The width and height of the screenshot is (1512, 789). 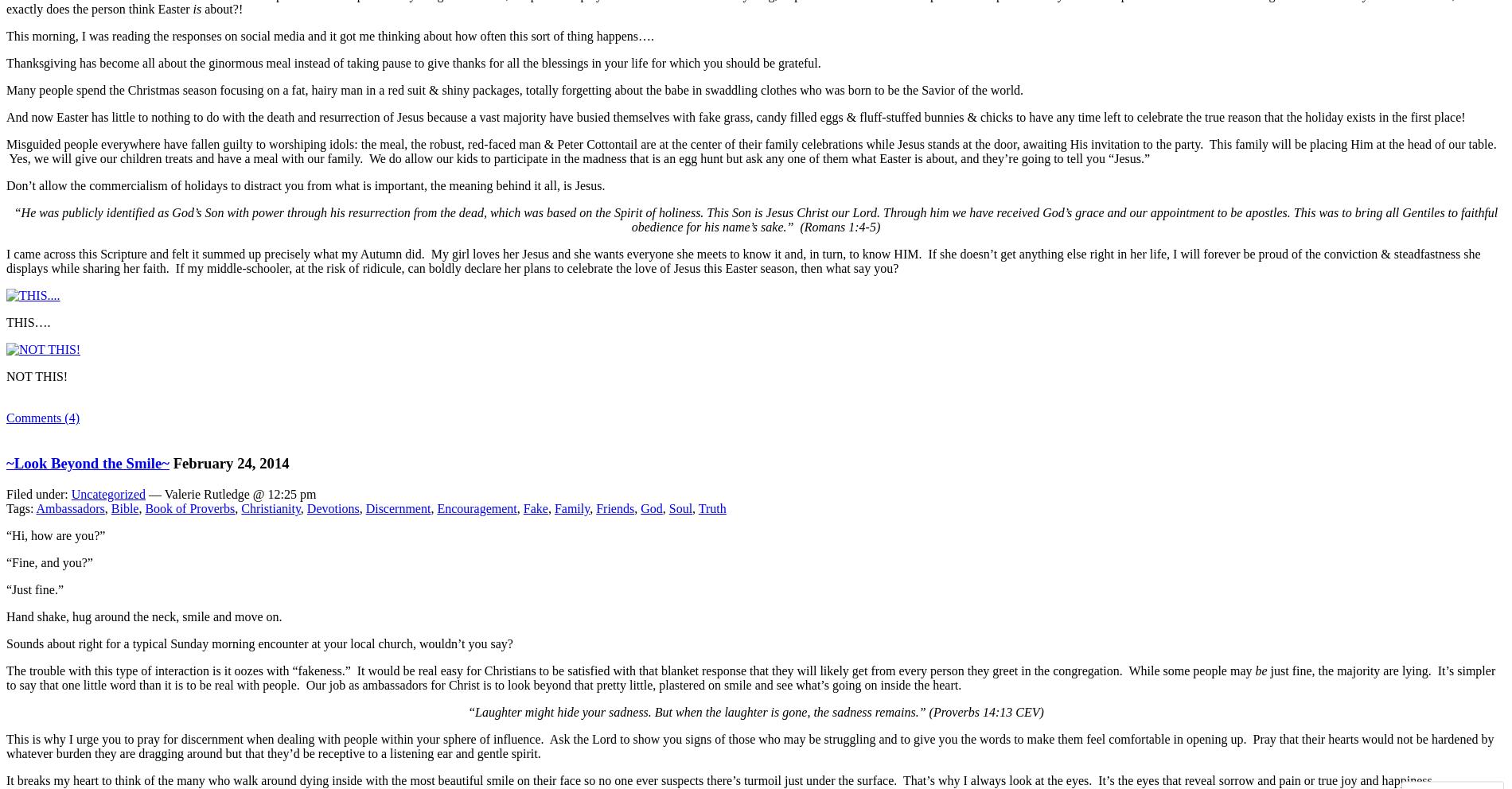 What do you see at coordinates (55, 534) in the screenshot?
I see `'“Hi, how are you?”'` at bounding box center [55, 534].